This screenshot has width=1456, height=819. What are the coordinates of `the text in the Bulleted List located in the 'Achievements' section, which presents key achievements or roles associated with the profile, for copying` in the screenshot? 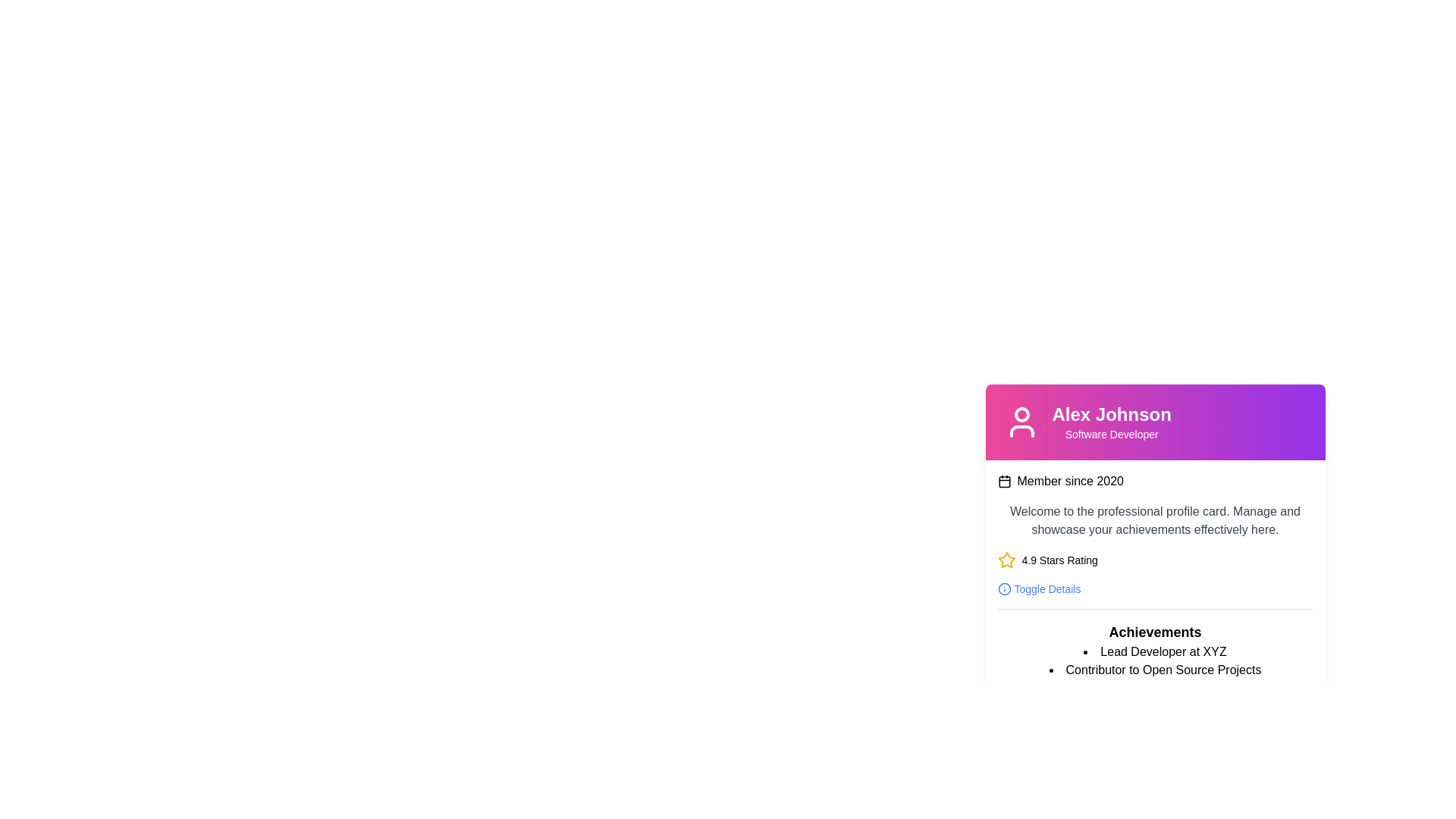 It's located at (1154, 669).